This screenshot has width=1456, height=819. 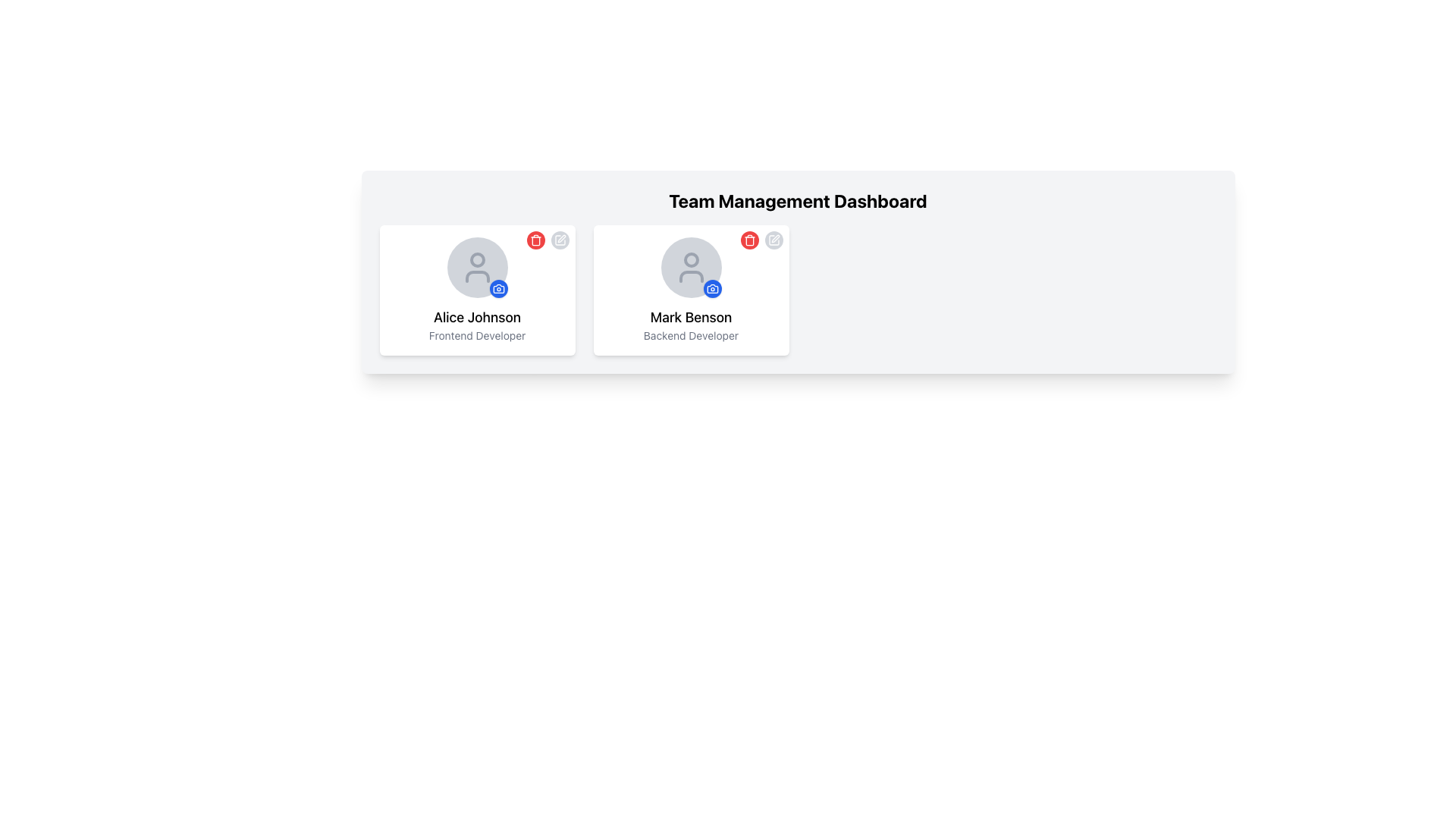 I want to click on the text element that displays the role or position of the individual associated with the card labeled 'Alice Johnson', which is located at the bottom of the card and centered horizontally, so click(x=476, y=335).